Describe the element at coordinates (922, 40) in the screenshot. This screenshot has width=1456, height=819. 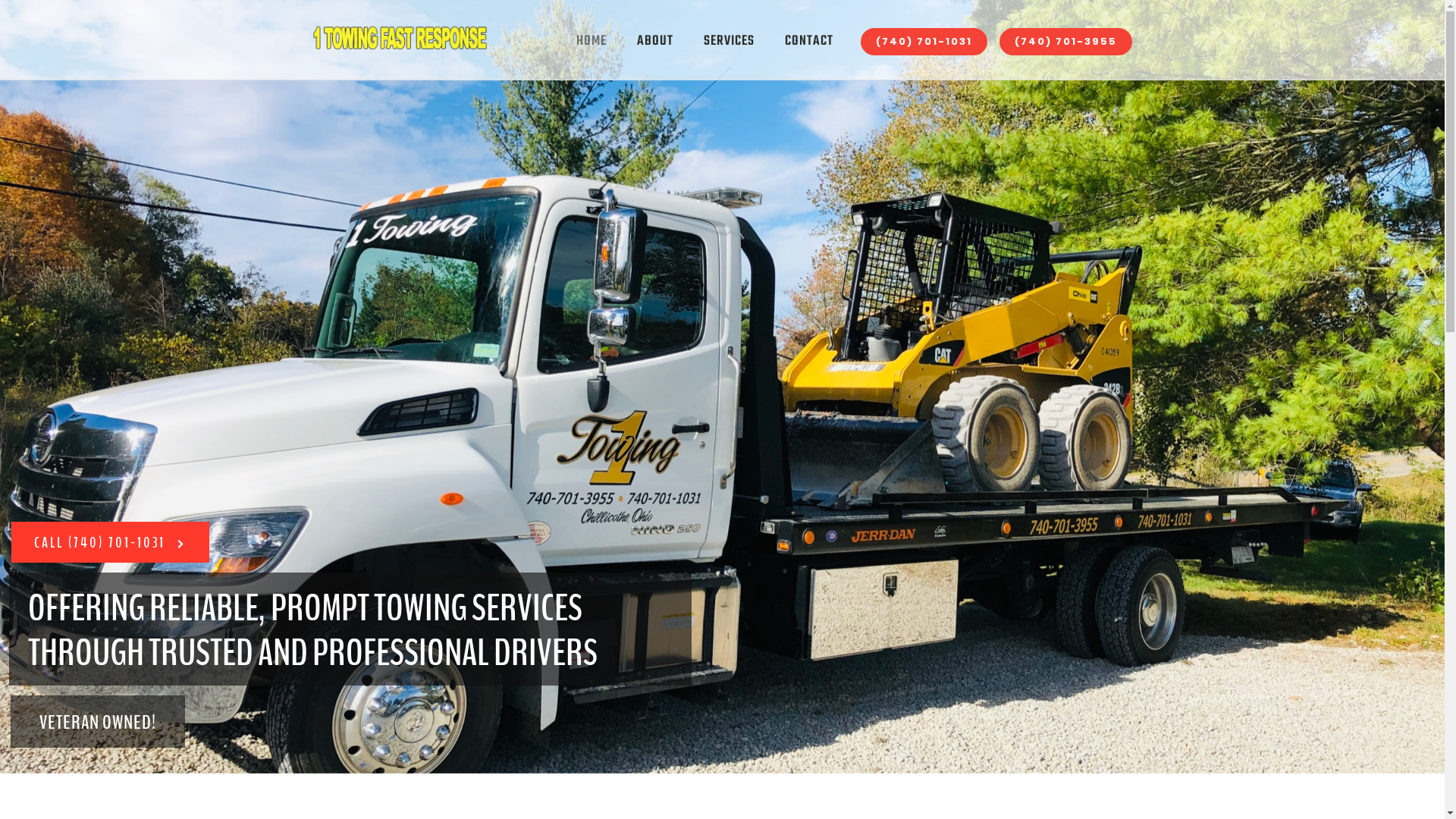
I see `'(740) 701-1031'` at that location.